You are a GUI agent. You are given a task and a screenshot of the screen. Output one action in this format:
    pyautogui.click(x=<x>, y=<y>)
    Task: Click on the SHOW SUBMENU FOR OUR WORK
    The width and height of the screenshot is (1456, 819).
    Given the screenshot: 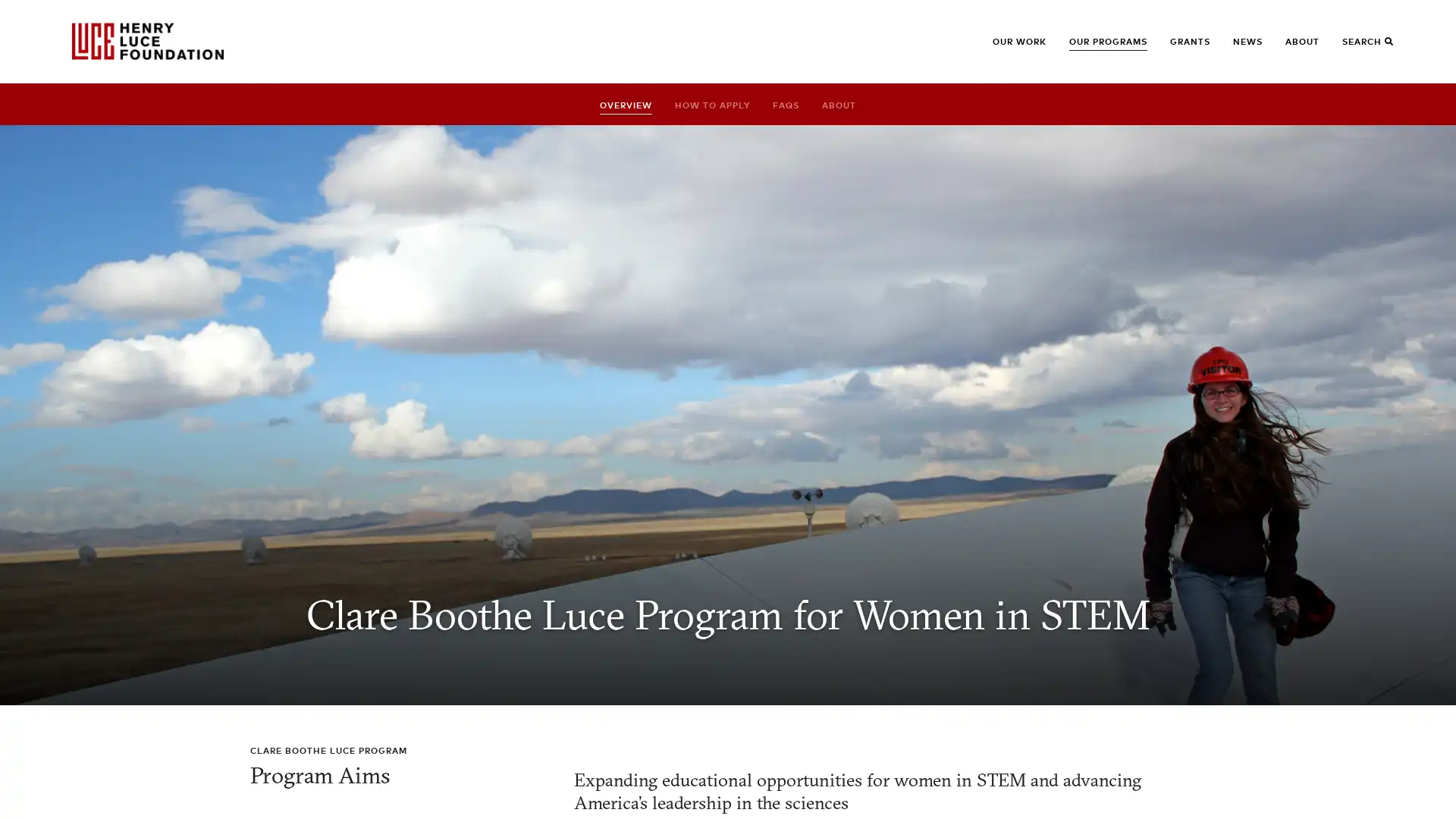 What is the action you would take?
    pyautogui.click(x=1016, y=48)
    